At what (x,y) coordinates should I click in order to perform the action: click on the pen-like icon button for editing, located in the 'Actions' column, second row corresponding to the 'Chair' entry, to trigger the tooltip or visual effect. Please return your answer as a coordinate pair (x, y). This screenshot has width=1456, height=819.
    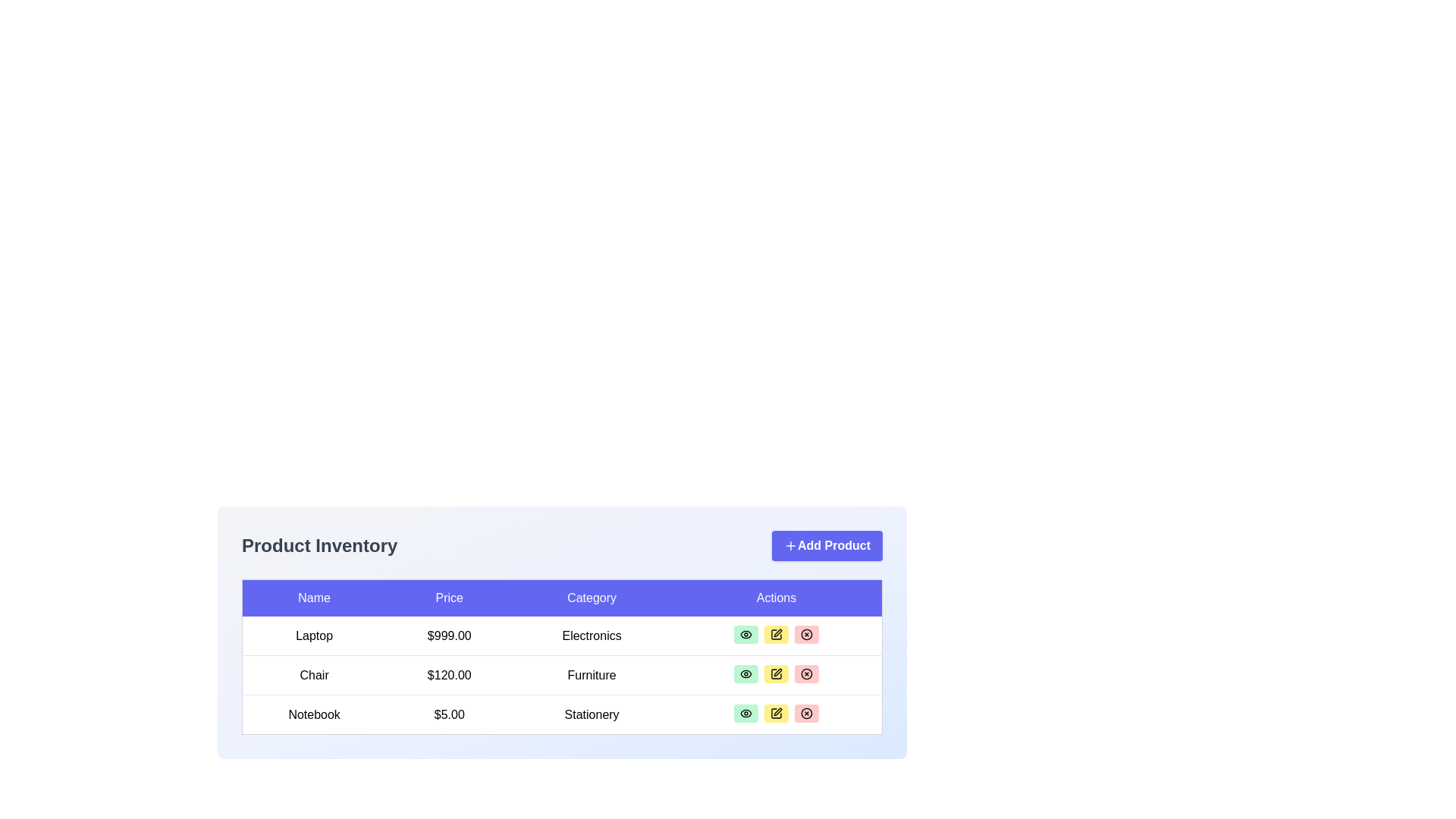
    Looking at the image, I should click on (777, 632).